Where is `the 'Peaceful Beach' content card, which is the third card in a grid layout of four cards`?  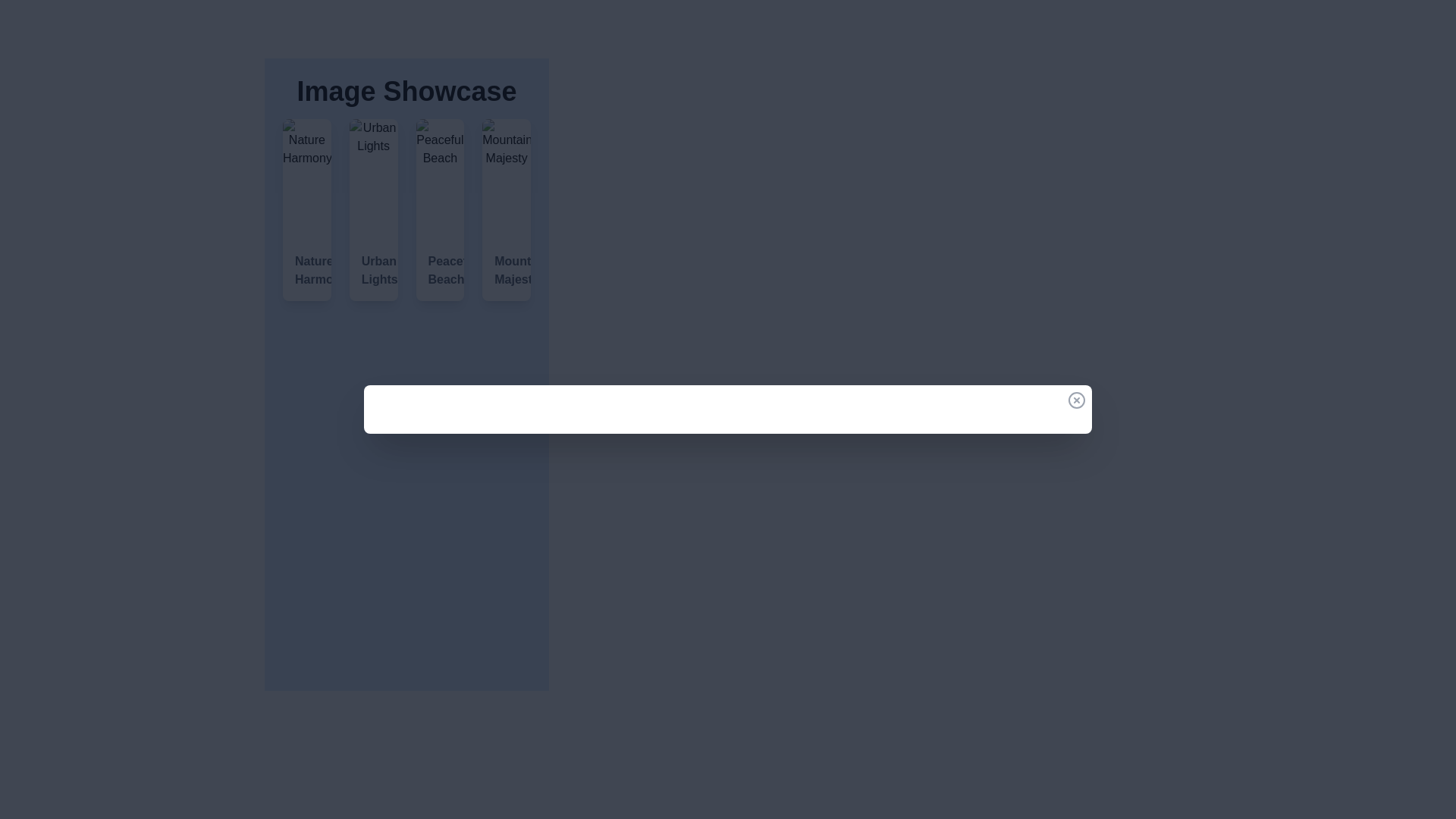 the 'Peaceful Beach' content card, which is the third card in a grid layout of four cards is located at coordinates (439, 210).